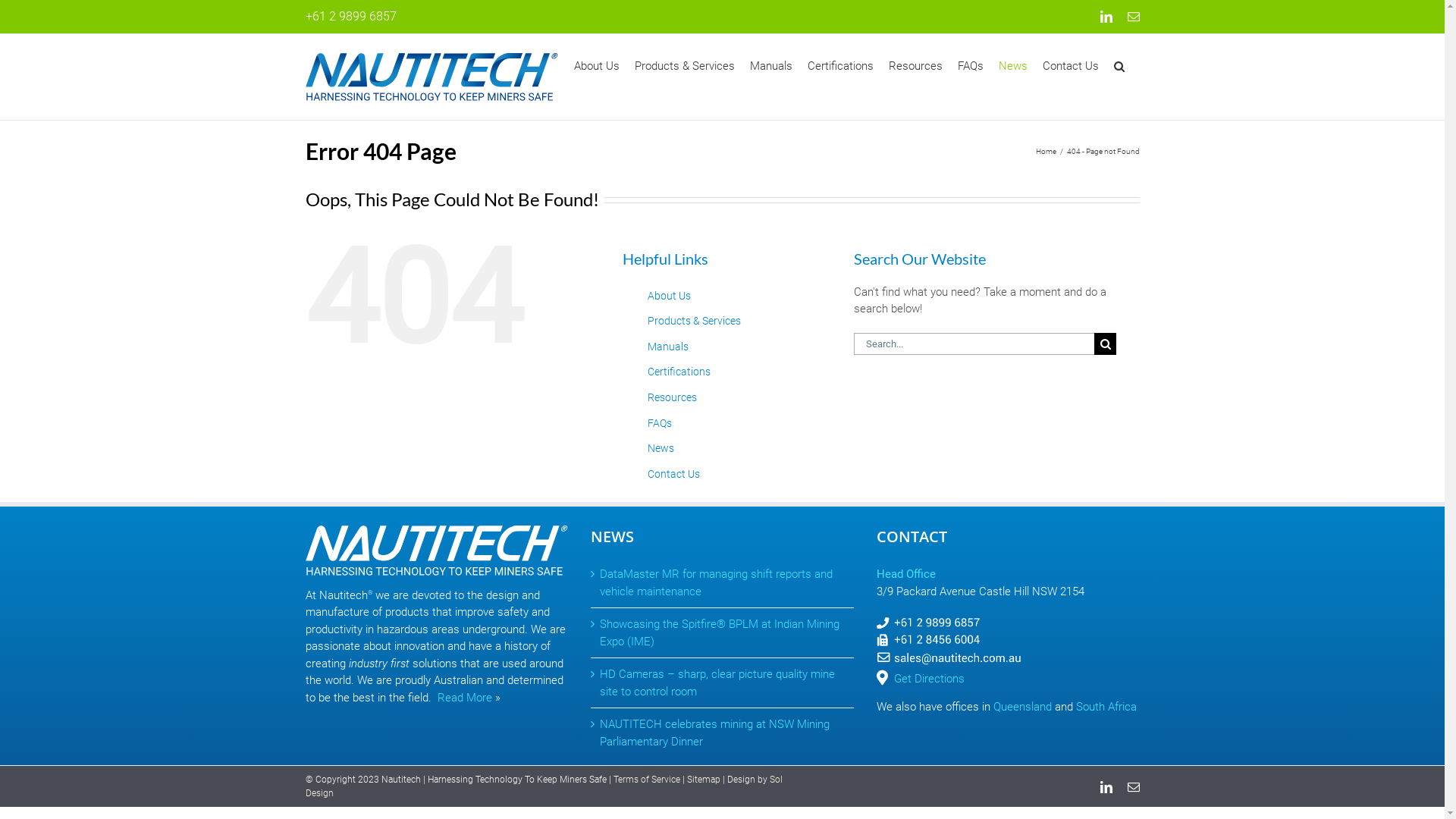 This screenshot has width=1456, height=819. What do you see at coordinates (839, 65) in the screenshot?
I see `'Certifications'` at bounding box center [839, 65].